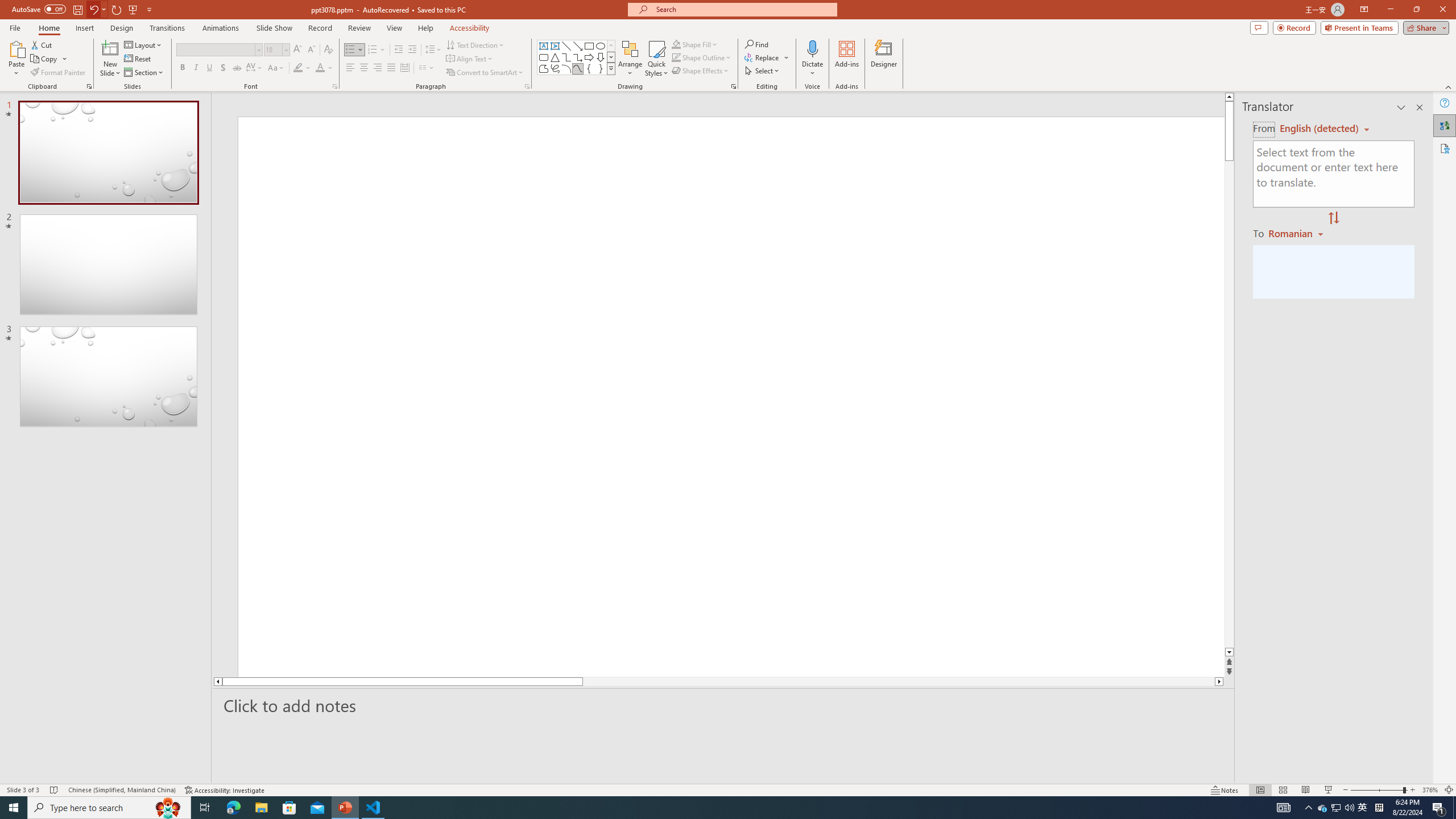 This screenshot has width=1456, height=819. Describe the element at coordinates (1296, 233) in the screenshot. I see `'Romanian'` at that location.